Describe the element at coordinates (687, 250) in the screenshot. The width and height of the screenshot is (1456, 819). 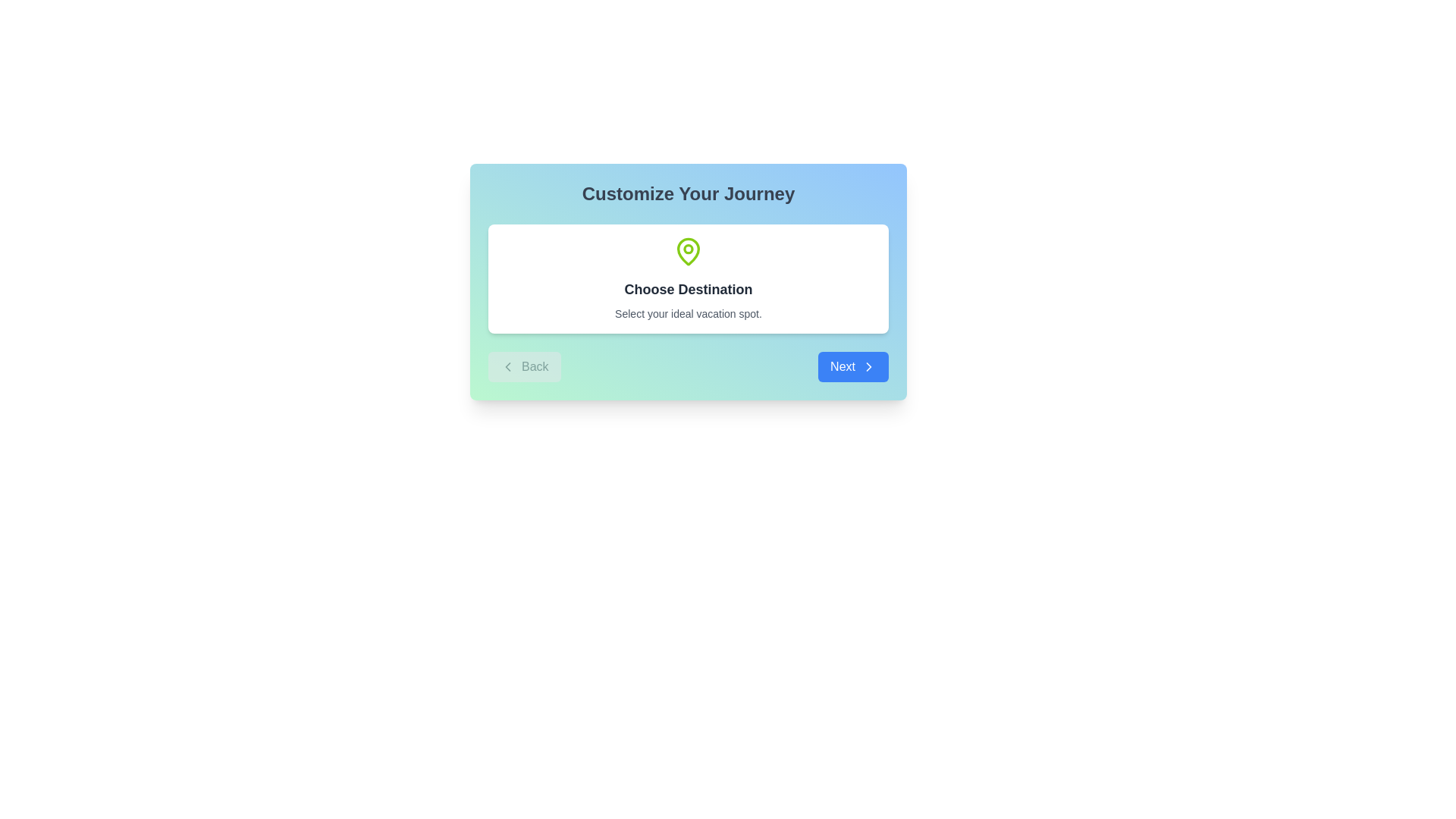
I see `the decorative icon representing a location or destination, which is centered within a white card above the 'Choose Destination' text` at that location.